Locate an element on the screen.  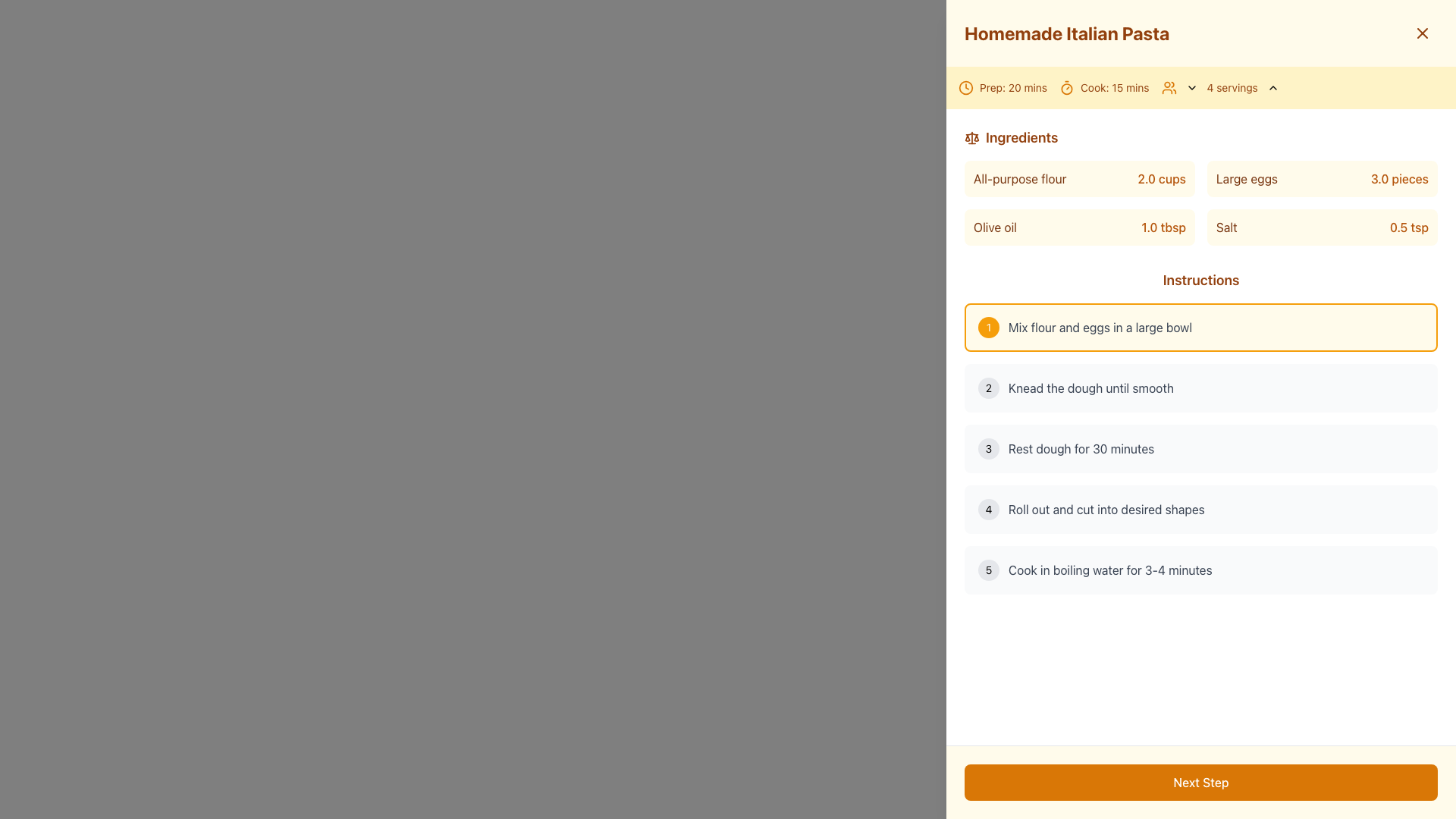
the third step indicator in the instruction steps section, which is adjacent to the text 'Rest dough for 30 minutes' is located at coordinates (989, 447).